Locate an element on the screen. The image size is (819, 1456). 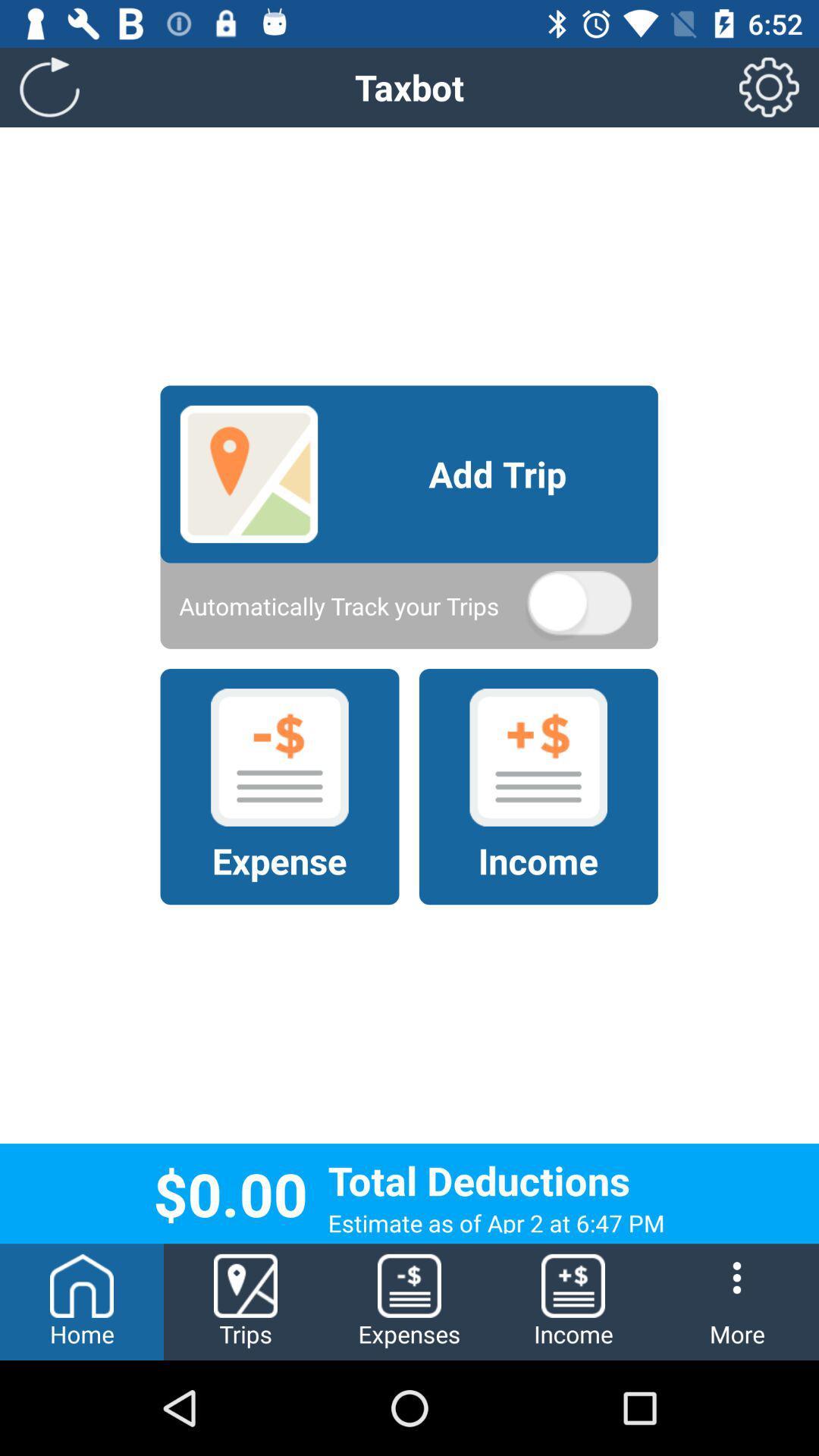
the icon below add trip is located at coordinates (579, 605).